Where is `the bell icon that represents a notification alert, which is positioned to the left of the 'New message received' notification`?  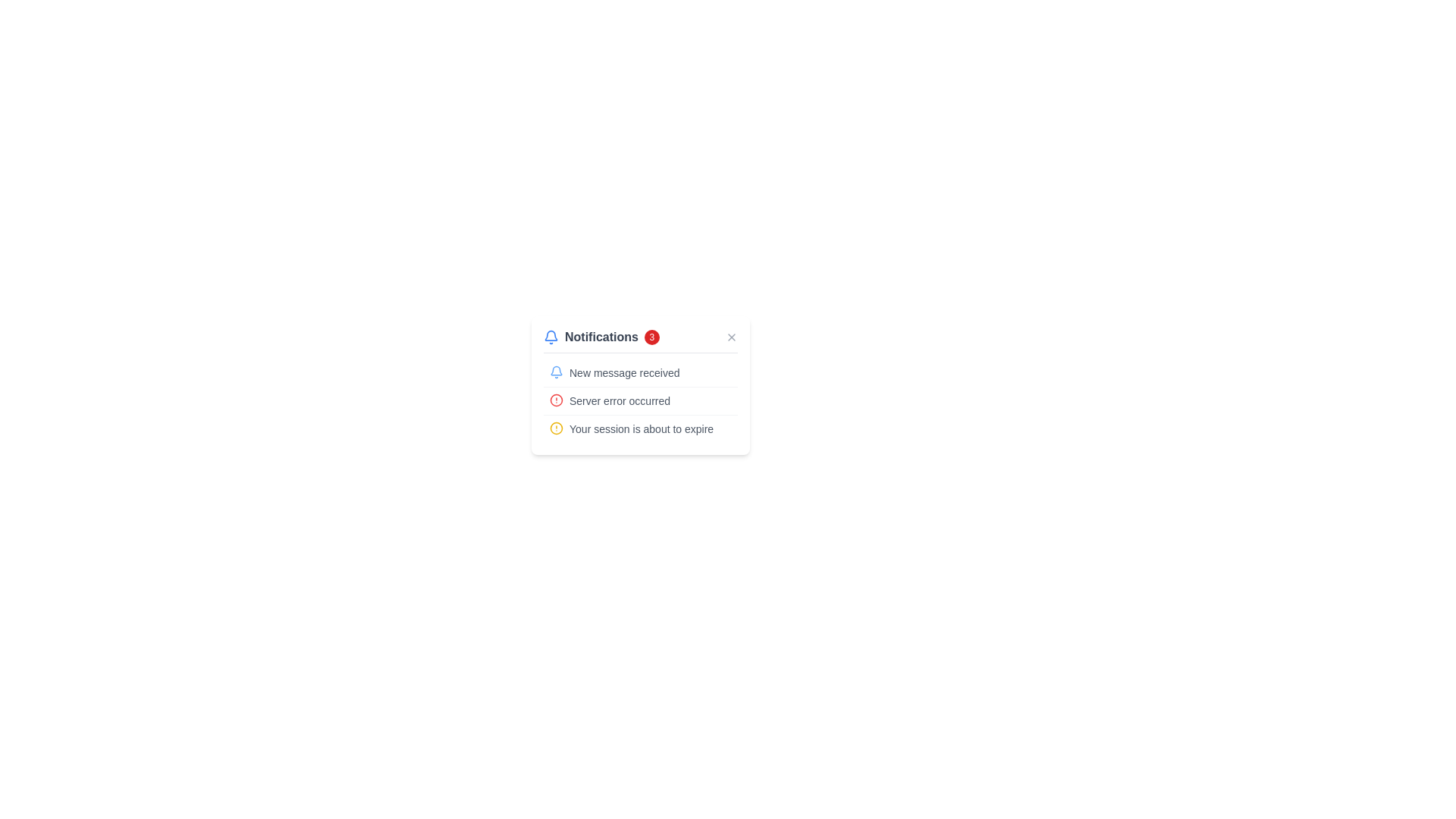
the bell icon that represents a notification alert, which is positioned to the left of the 'New message received' notification is located at coordinates (556, 372).